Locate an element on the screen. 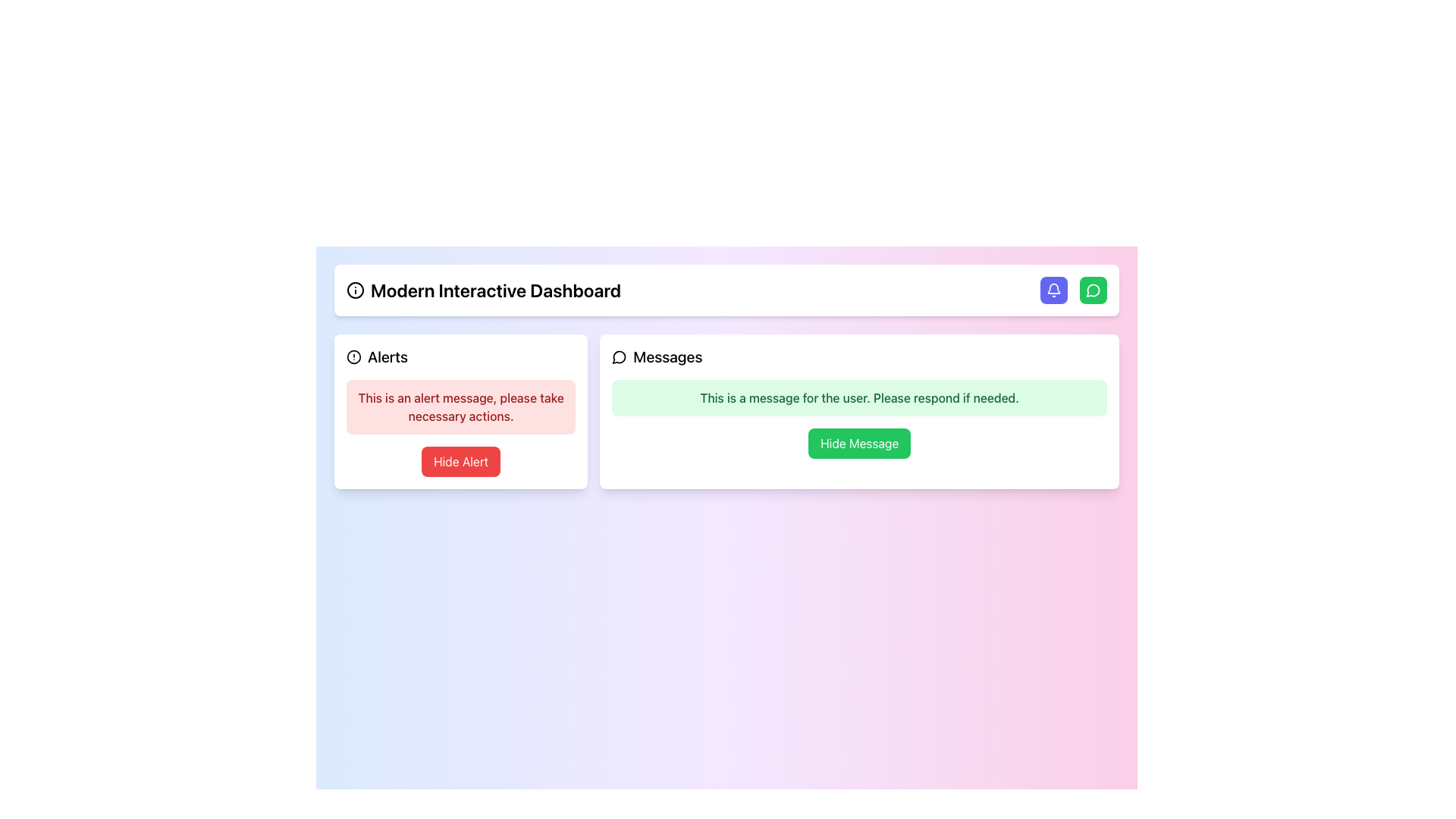 This screenshot has height=819, width=1456. the decorative Graphical Circle that indicates alert status in the 'Alerts' section of the dashboard is located at coordinates (353, 356).